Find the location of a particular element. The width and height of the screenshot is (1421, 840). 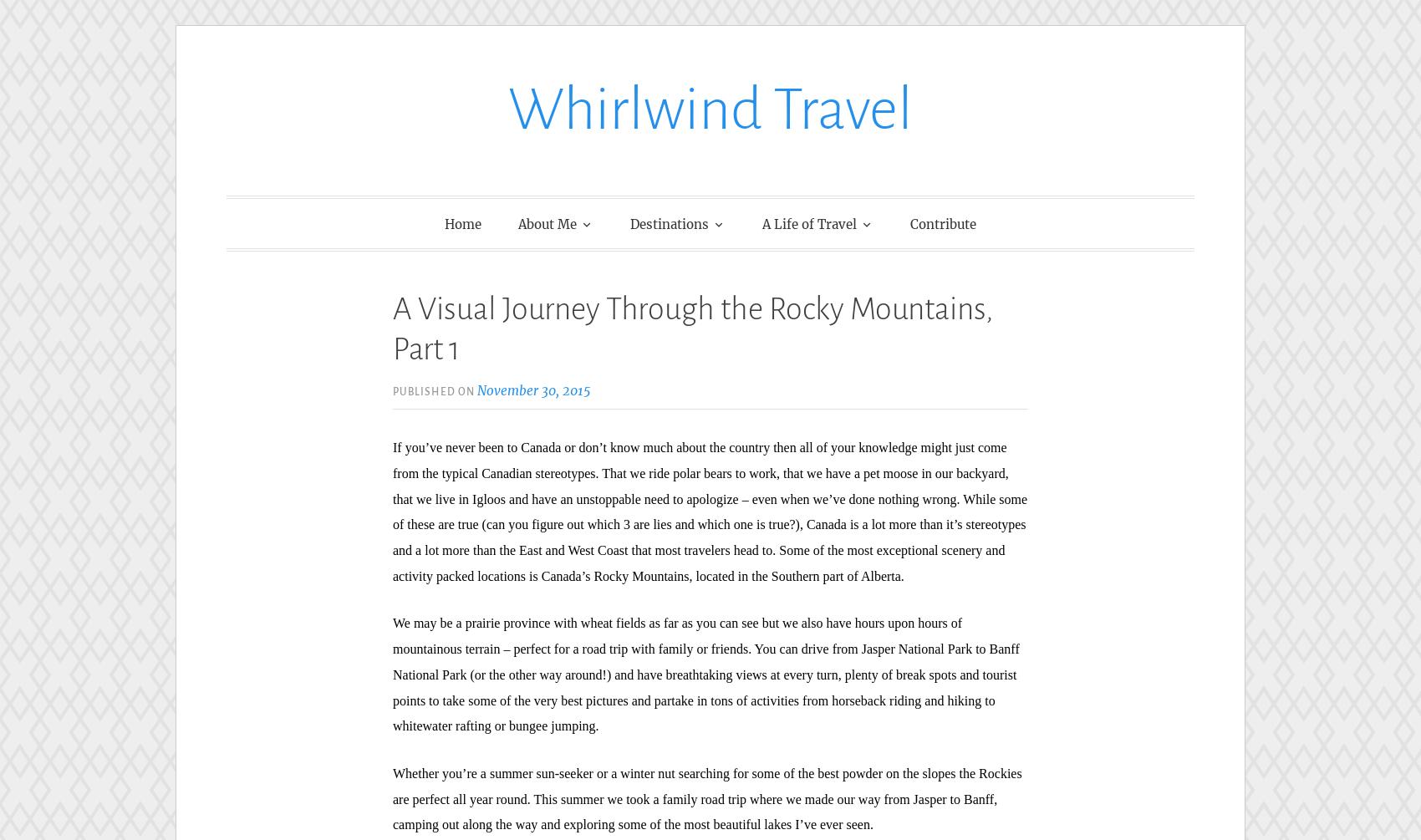

'A Visual Journey Through the Rocky Mountains, Part 1' is located at coordinates (691, 328).